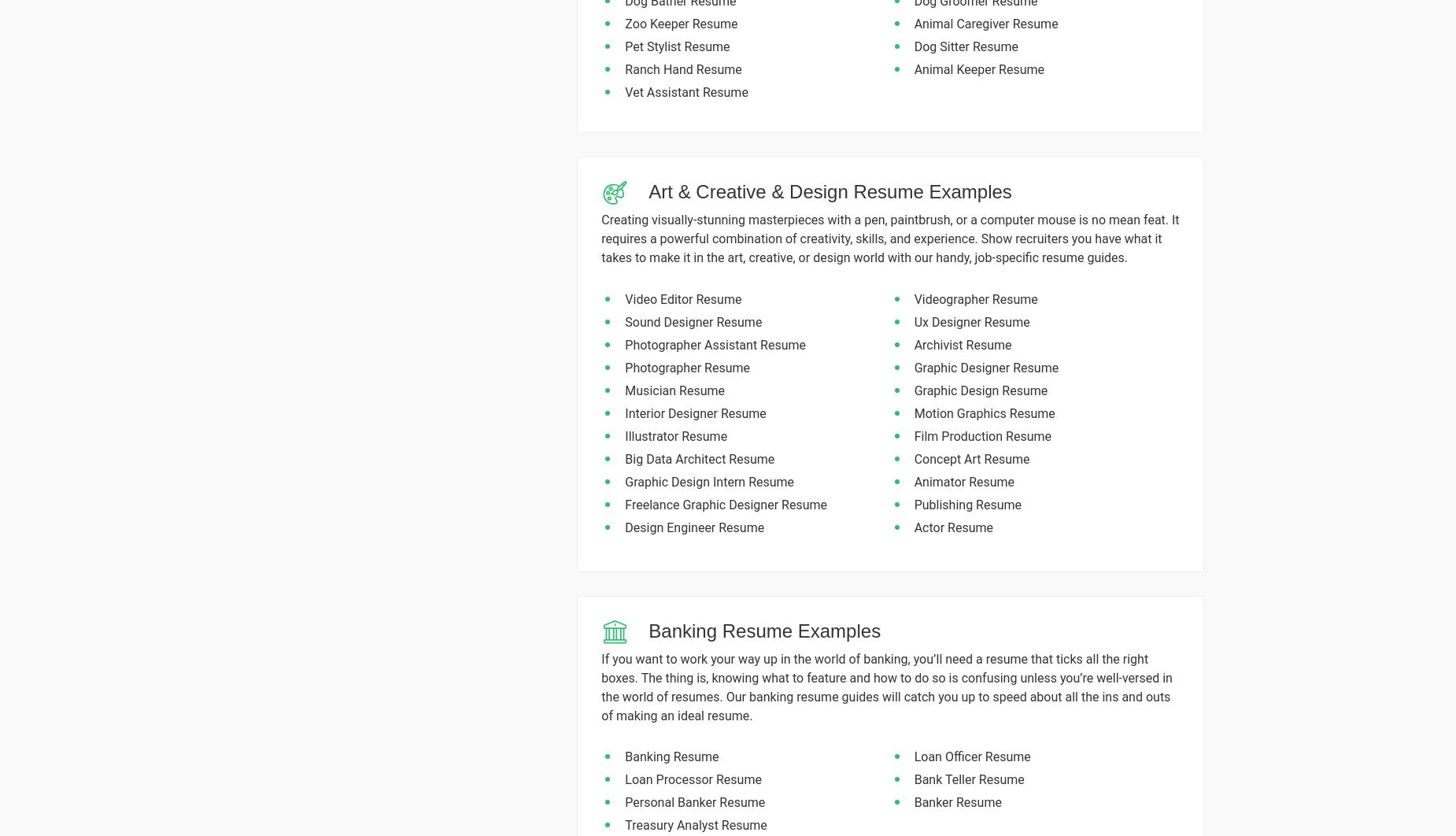  I want to click on 'Vet Assistant Resume', so click(625, 91).